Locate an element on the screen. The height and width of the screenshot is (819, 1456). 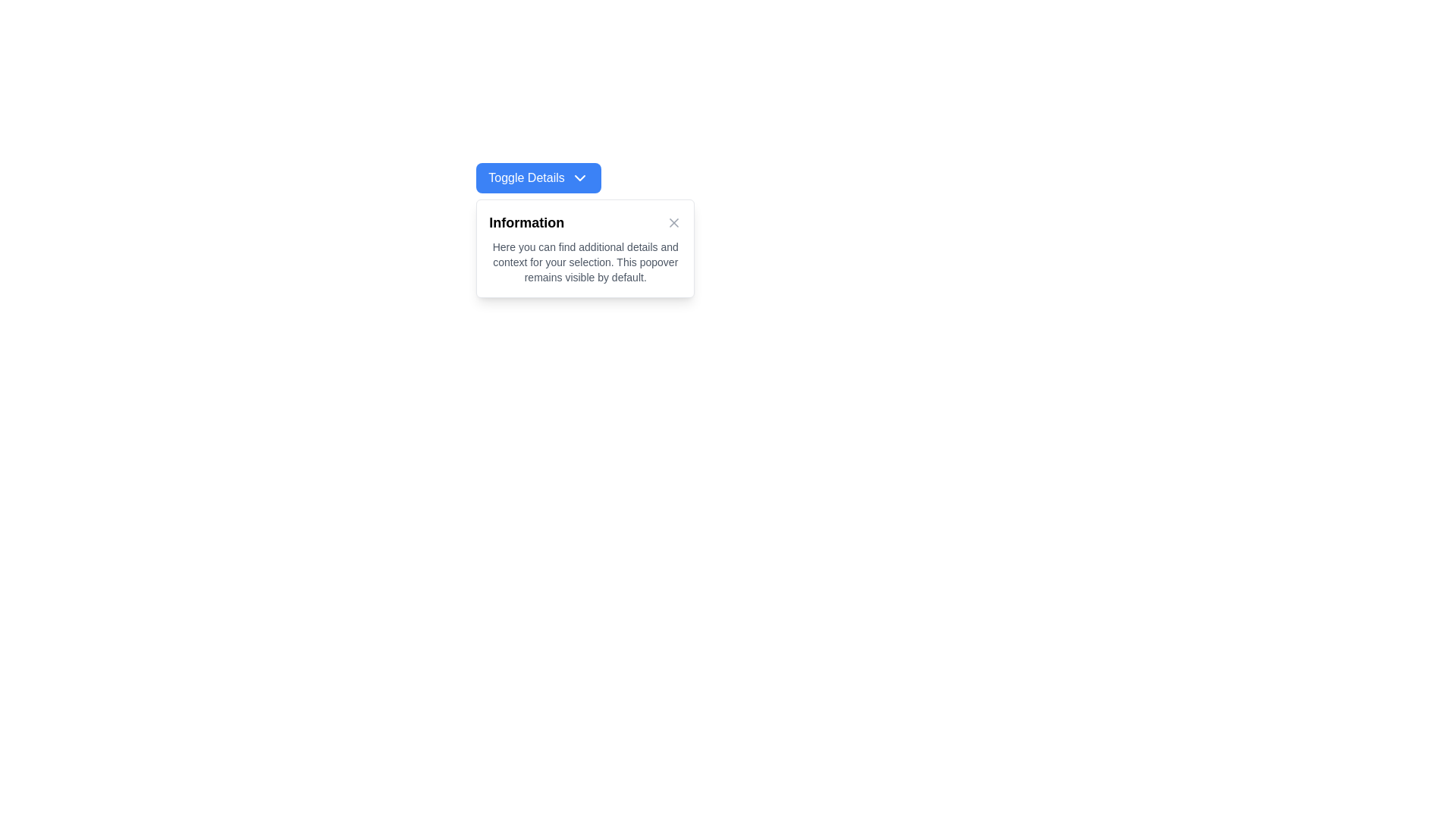
the block of gray text that contains the sentence 'Here you can find additional details and context for your selection. This popover remains visible by default.' located in the 'Information' panel is located at coordinates (585, 262).